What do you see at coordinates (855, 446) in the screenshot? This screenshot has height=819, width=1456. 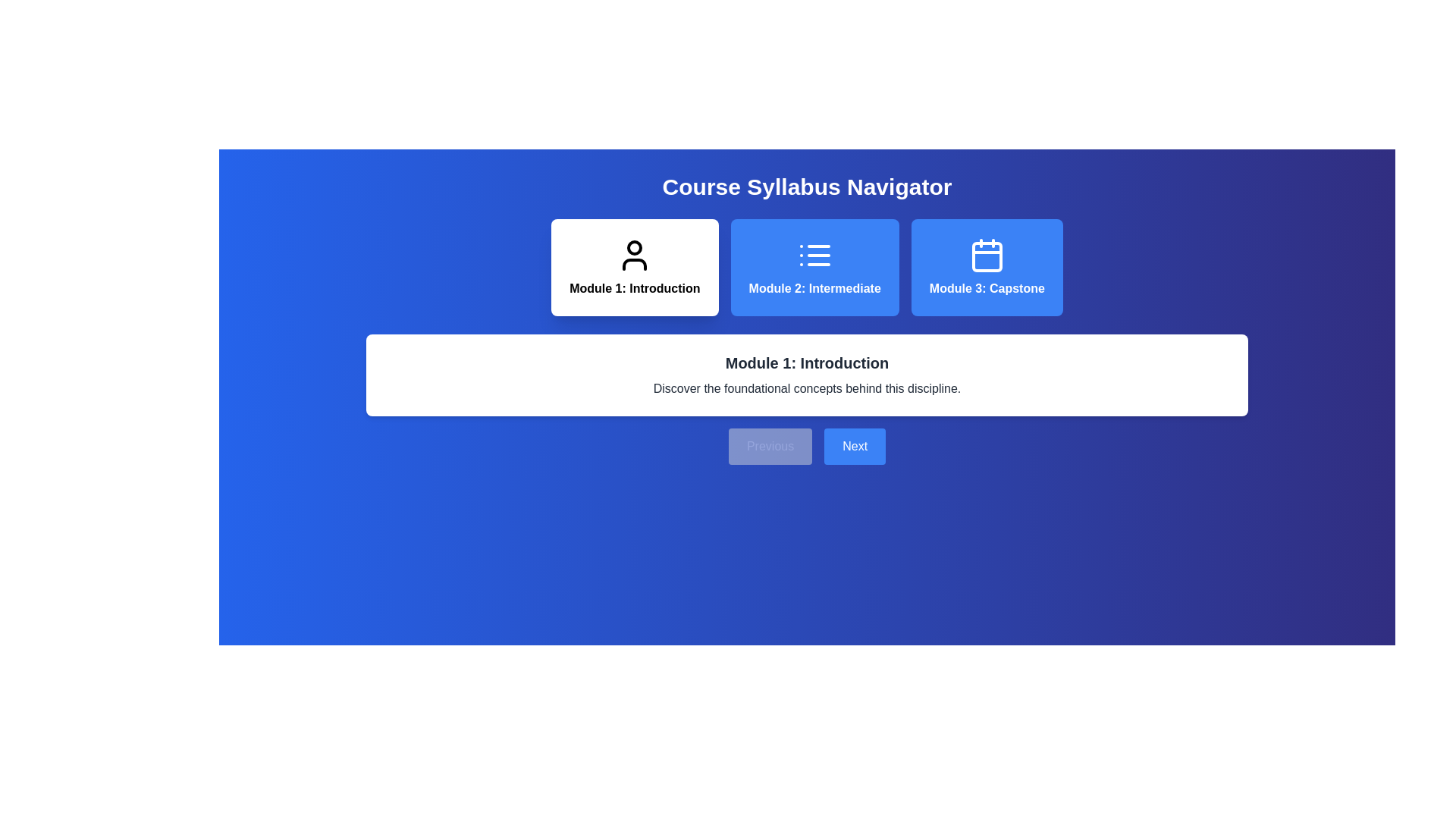 I see `the 'Next' button to navigate to the next module` at bounding box center [855, 446].